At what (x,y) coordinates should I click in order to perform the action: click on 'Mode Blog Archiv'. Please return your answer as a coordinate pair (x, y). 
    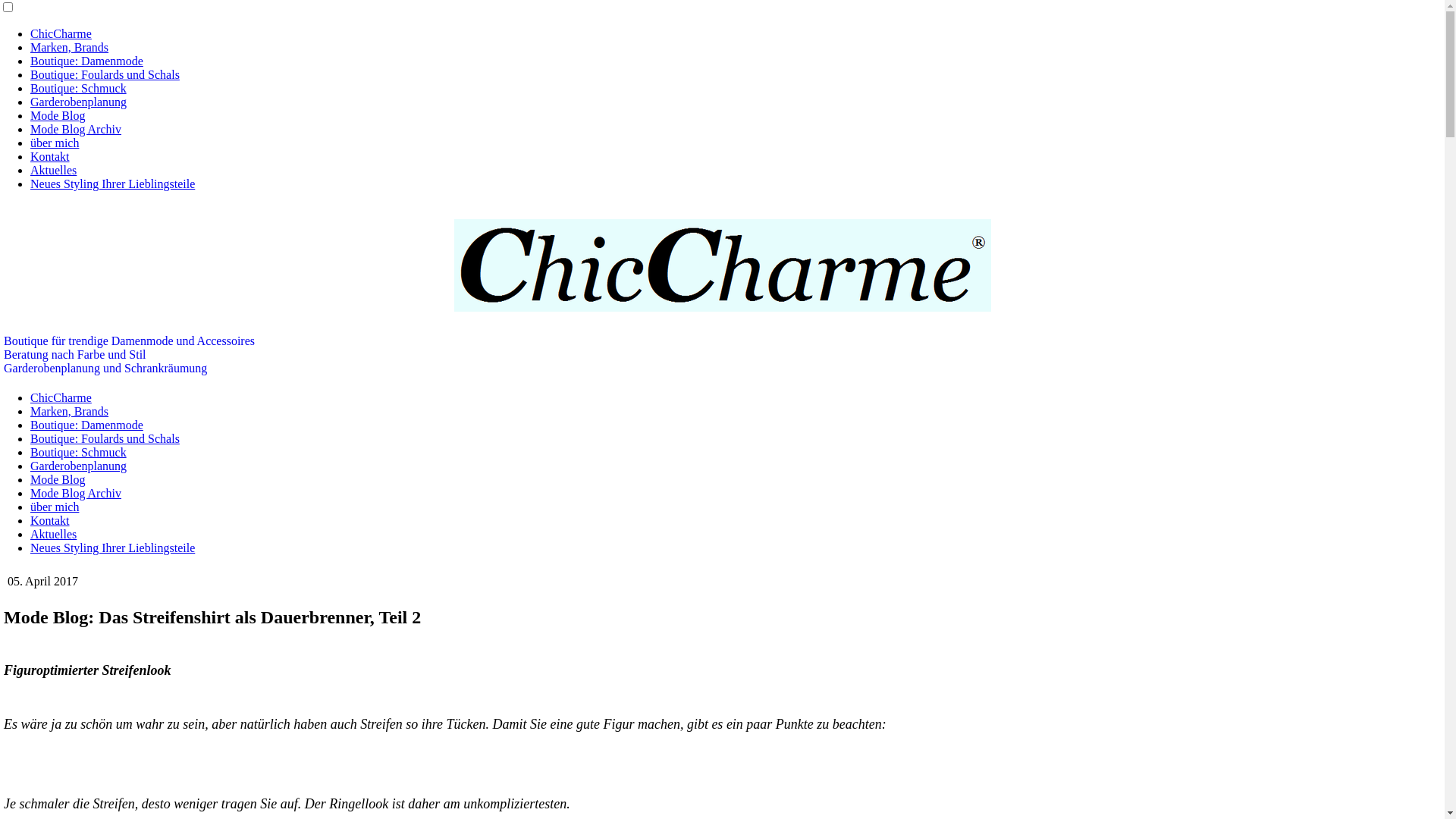
    Looking at the image, I should click on (30, 493).